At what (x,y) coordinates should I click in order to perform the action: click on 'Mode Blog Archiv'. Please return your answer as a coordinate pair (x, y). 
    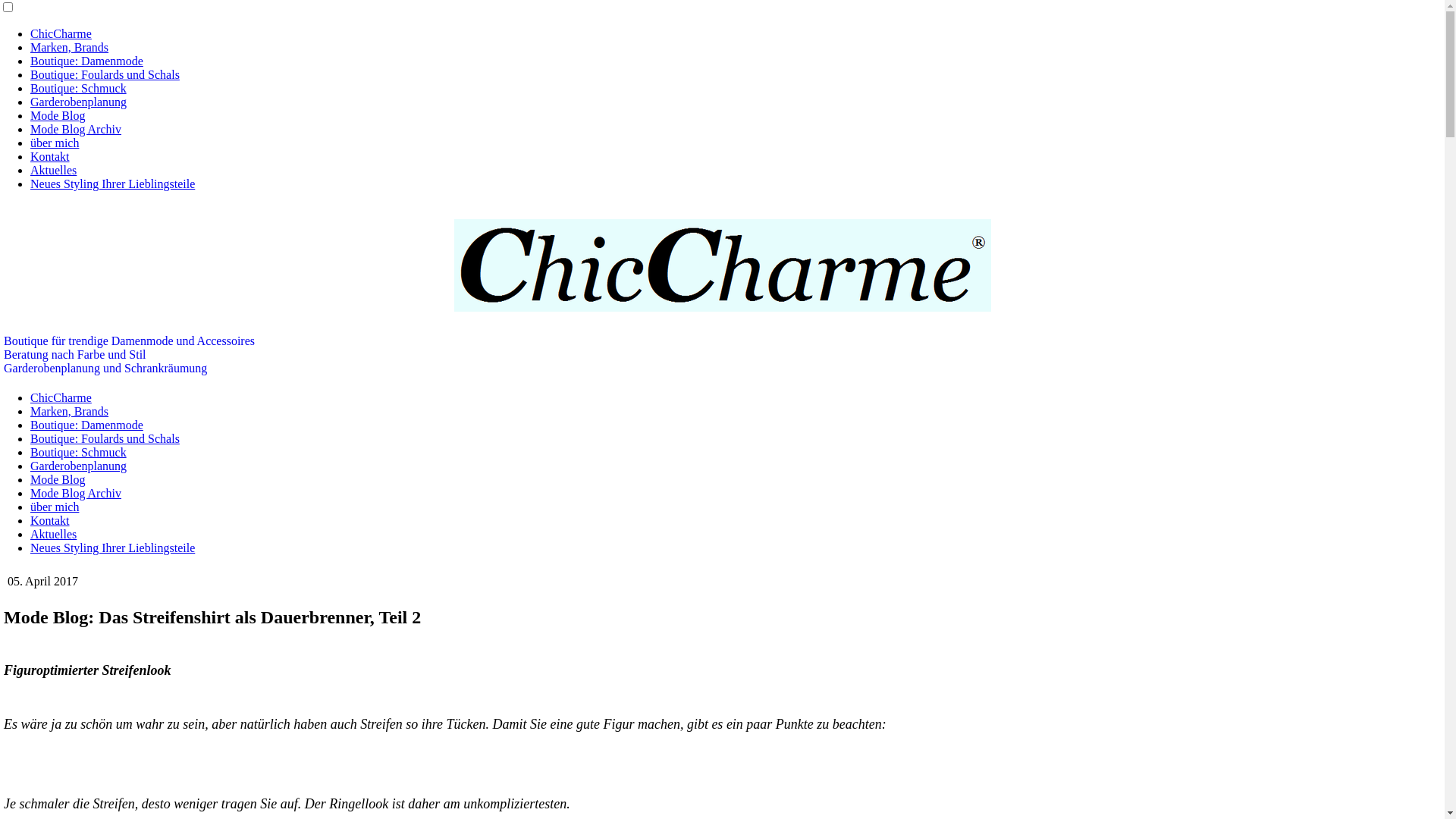
    Looking at the image, I should click on (30, 493).